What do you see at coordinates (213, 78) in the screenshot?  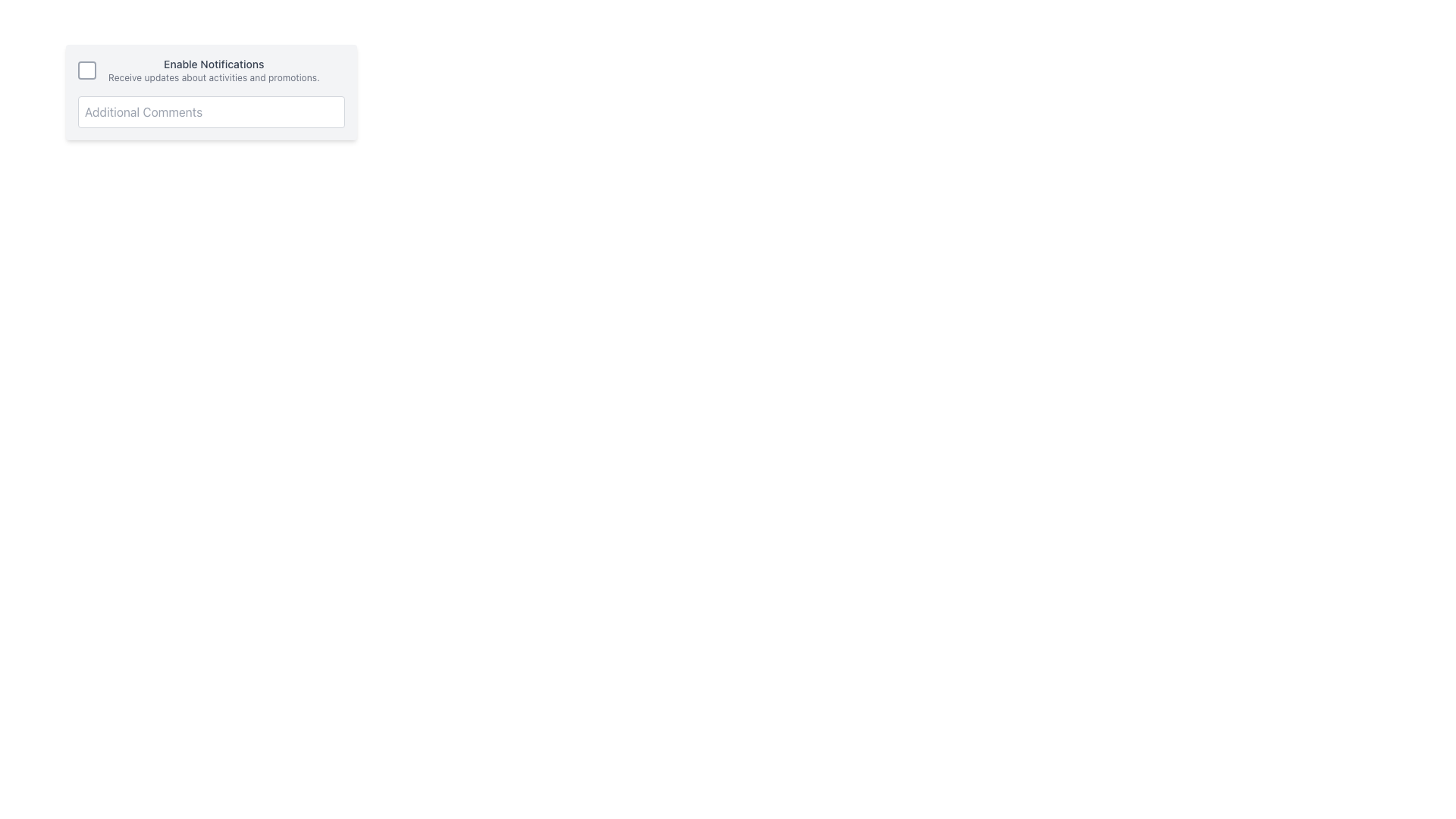 I see `text label that says 'Receive updates about activities and promotions.' located beneath the 'Enable Notifications' heading` at bounding box center [213, 78].